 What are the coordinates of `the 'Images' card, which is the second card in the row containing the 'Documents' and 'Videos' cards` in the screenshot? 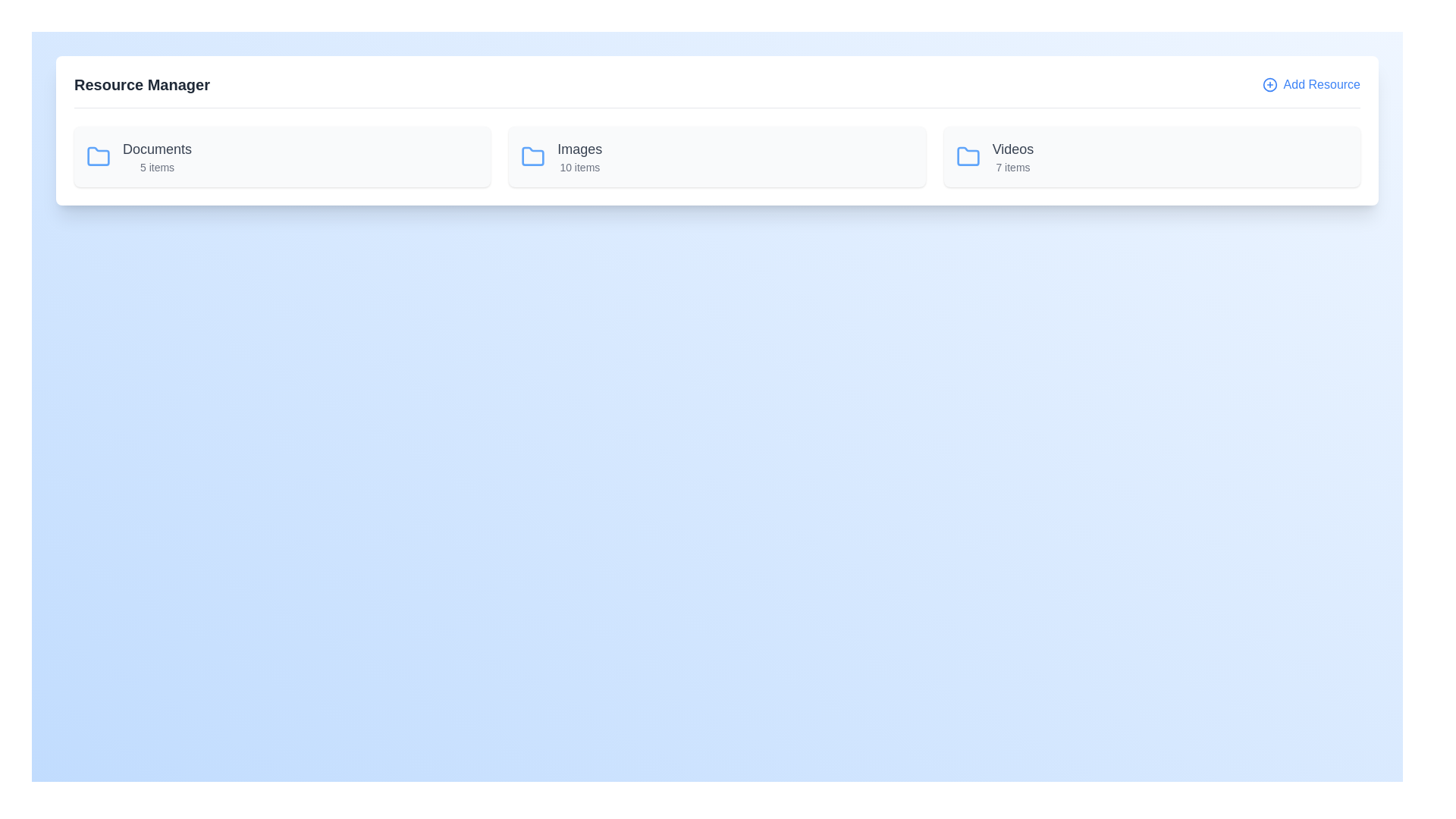 It's located at (716, 157).